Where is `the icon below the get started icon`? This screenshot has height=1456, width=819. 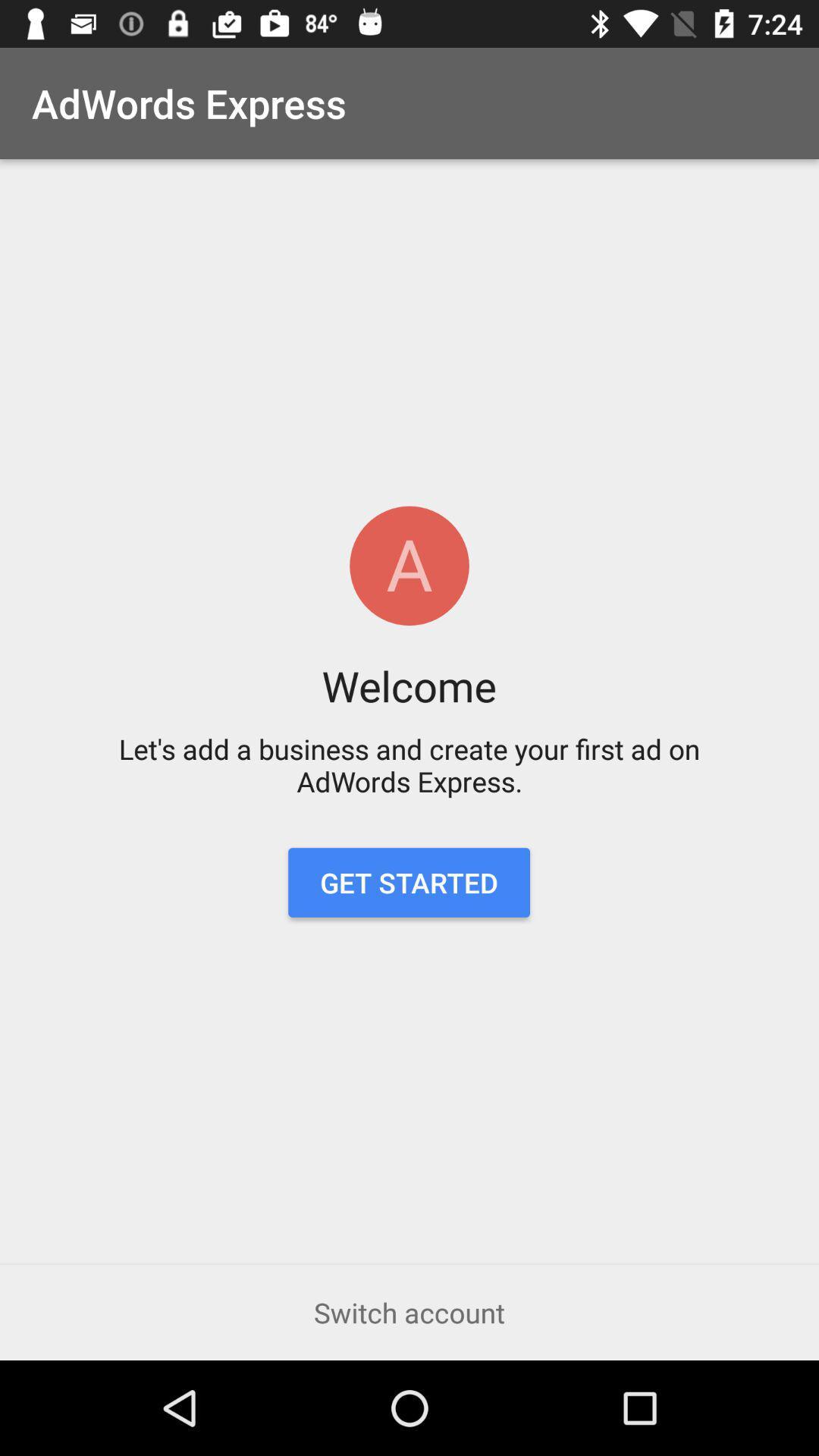
the icon below the get started icon is located at coordinates (409, 1312).